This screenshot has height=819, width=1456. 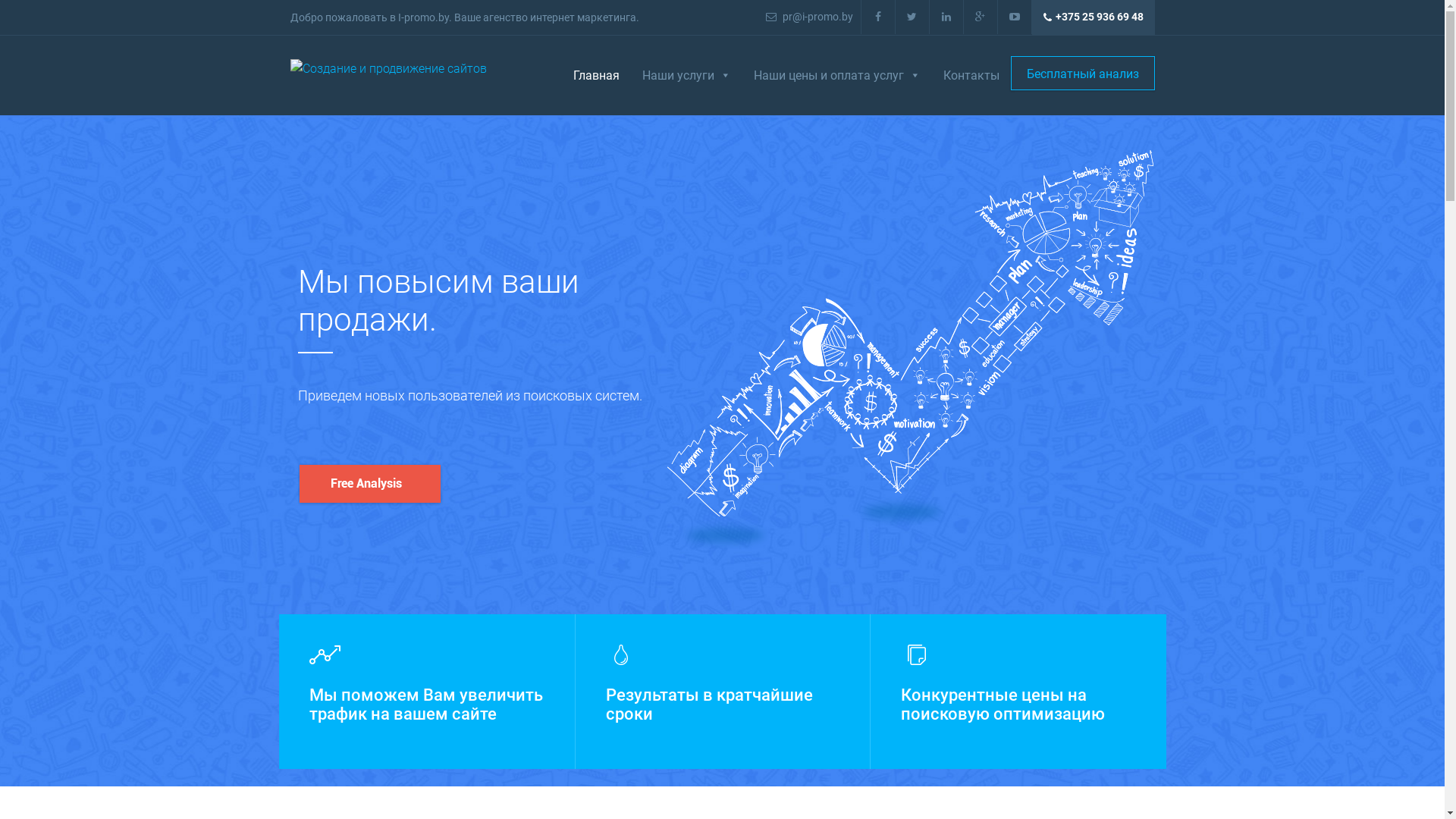 What do you see at coordinates (878, 17) in the screenshot?
I see `'facebook'` at bounding box center [878, 17].